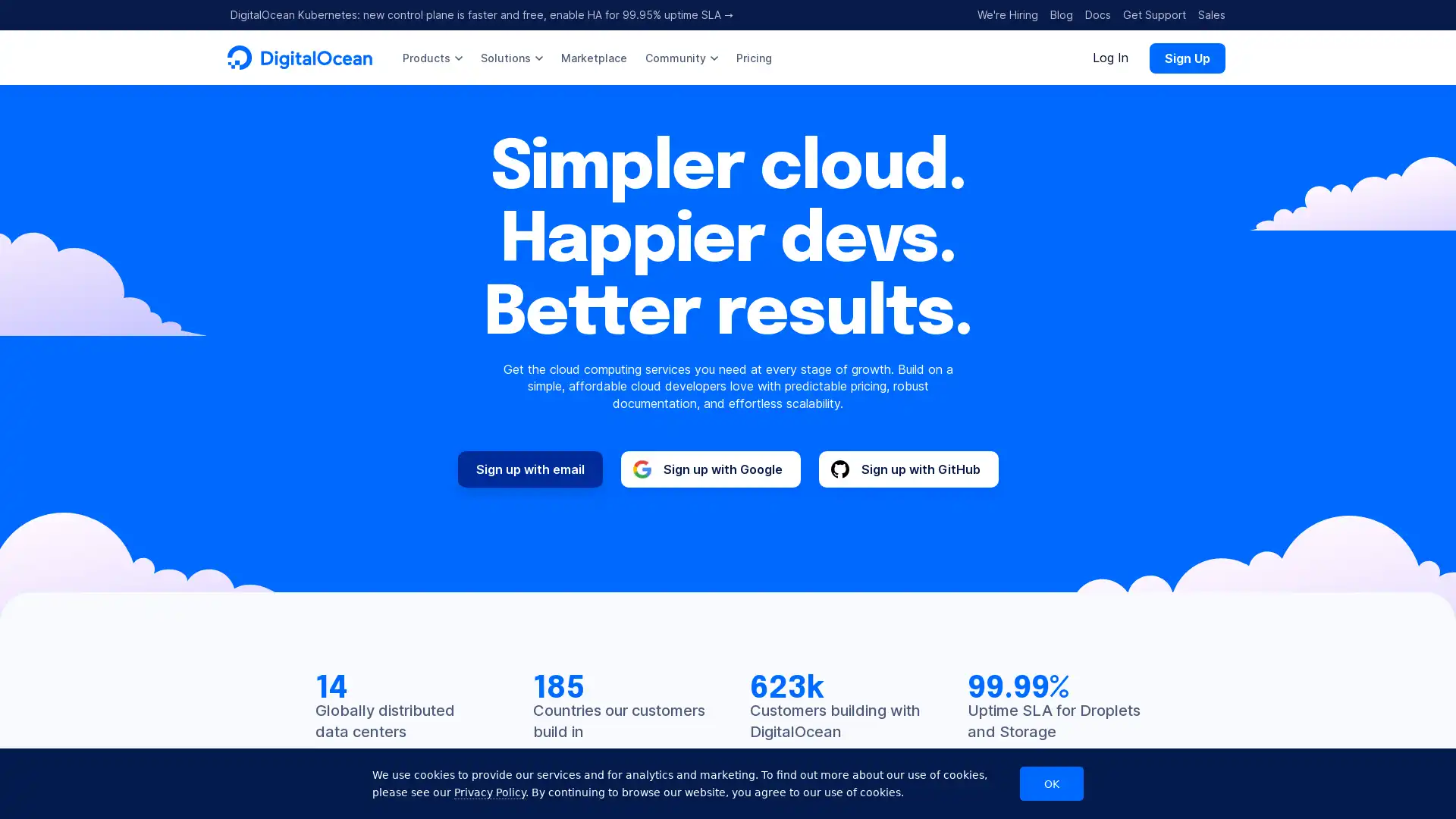  What do you see at coordinates (1186, 57) in the screenshot?
I see `Sign Up` at bounding box center [1186, 57].